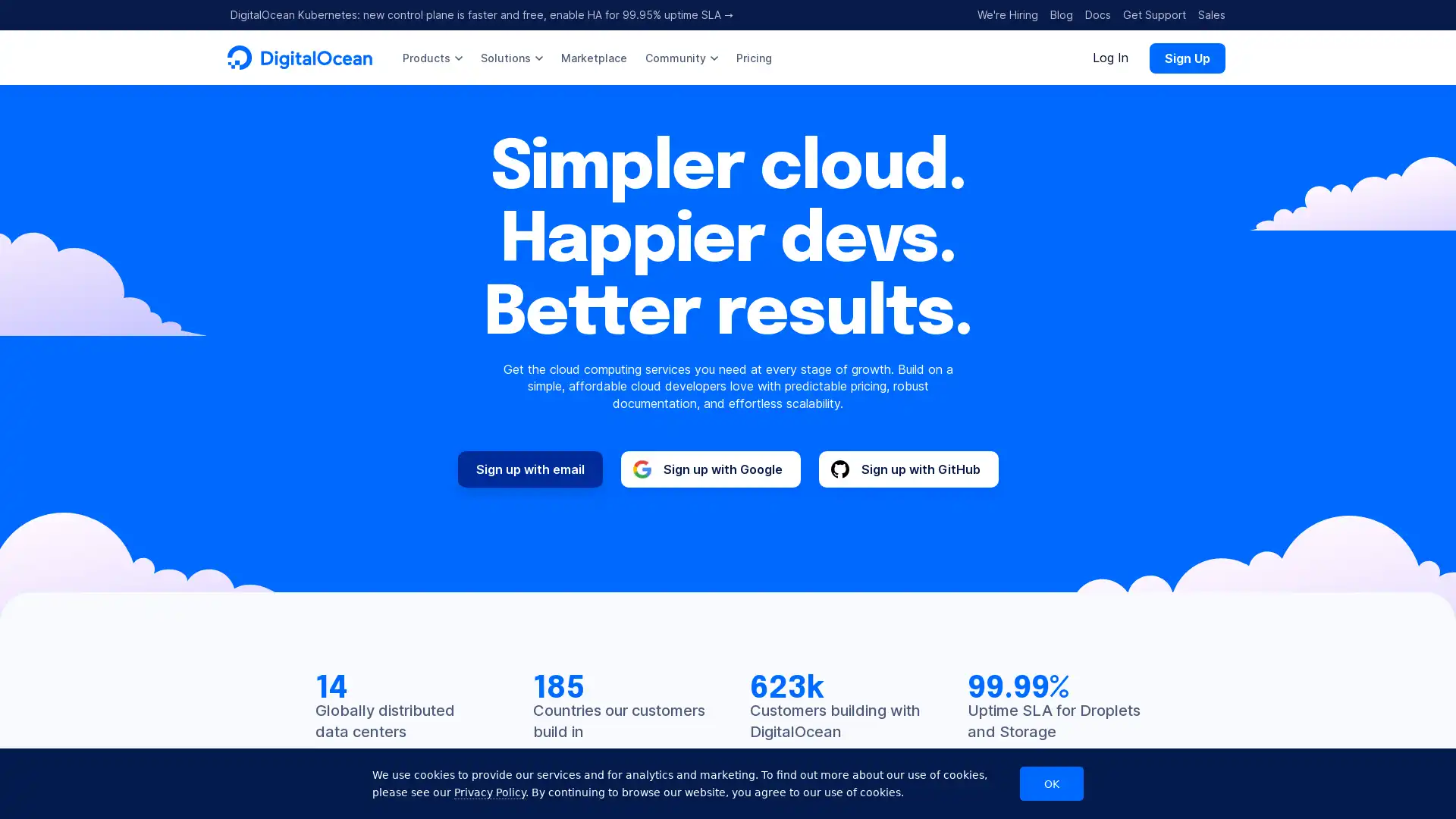  What do you see at coordinates (1186, 57) in the screenshot?
I see `Sign Up` at bounding box center [1186, 57].